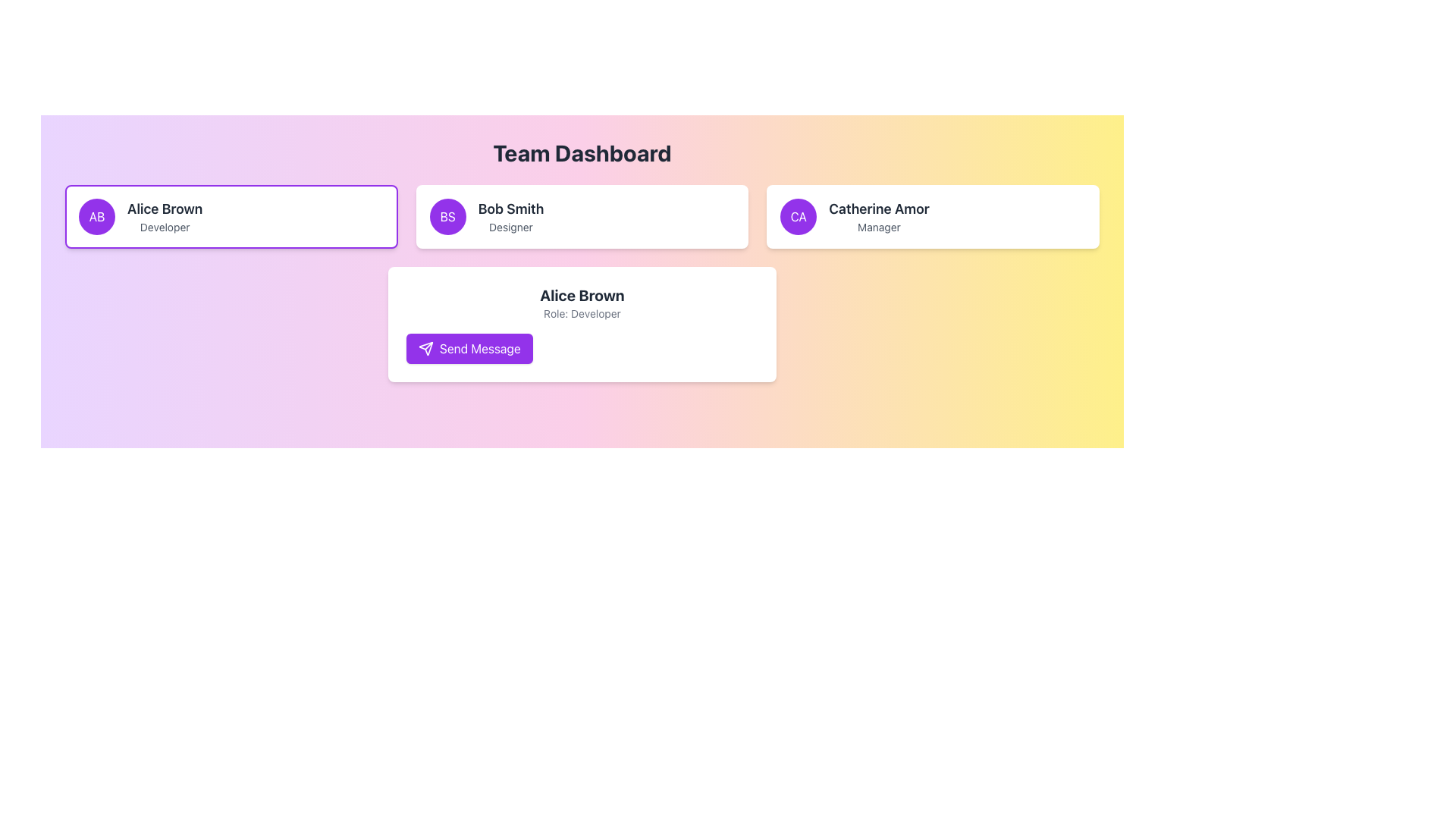 This screenshot has width=1456, height=819. What do you see at coordinates (425, 348) in the screenshot?
I see `the purple button labeled 'Send Message' which contains a stylized paper airplane icon on its left side` at bounding box center [425, 348].